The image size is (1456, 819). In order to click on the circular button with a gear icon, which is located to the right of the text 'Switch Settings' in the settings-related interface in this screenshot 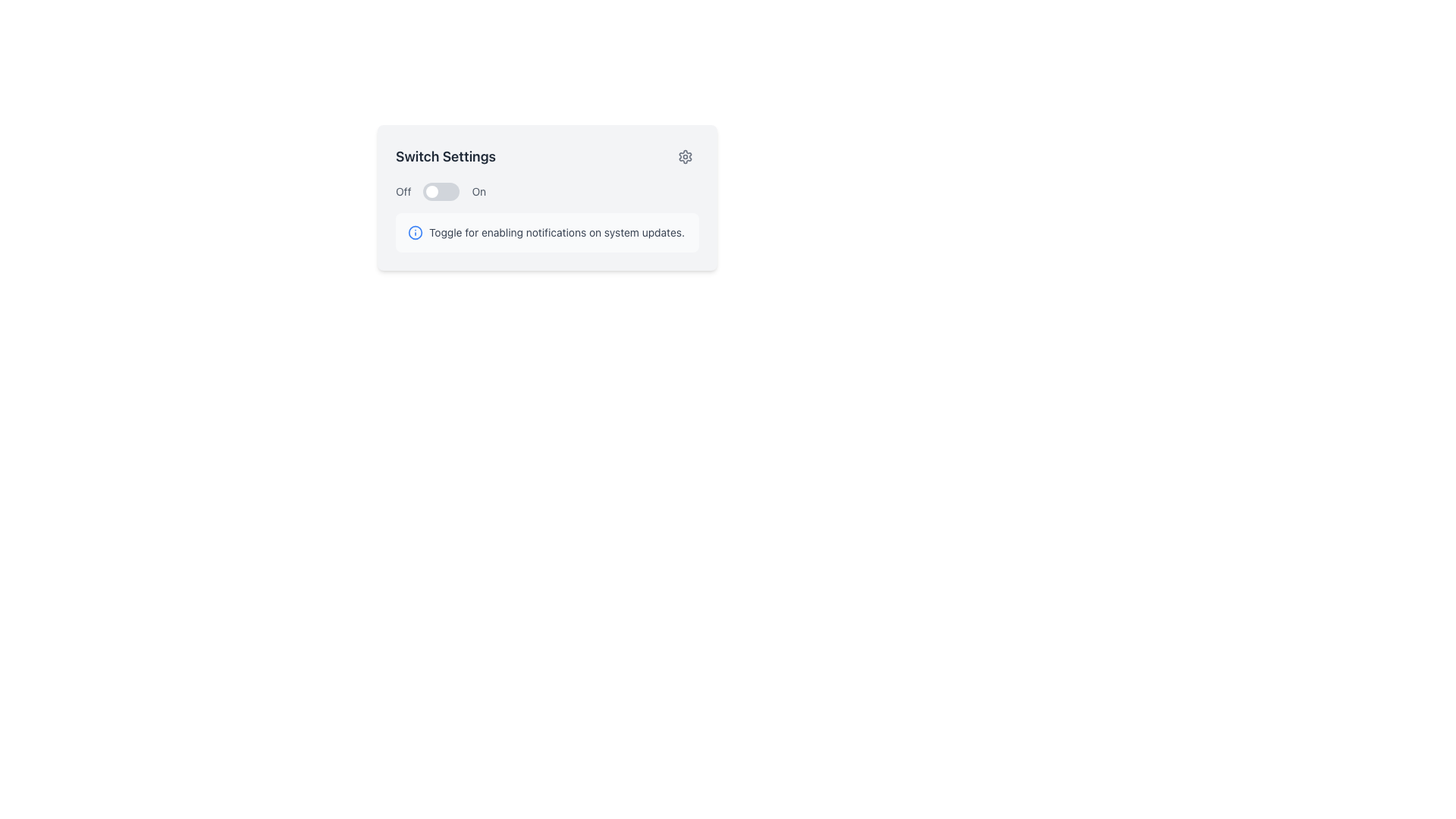, I will do `click(684, 157)`.